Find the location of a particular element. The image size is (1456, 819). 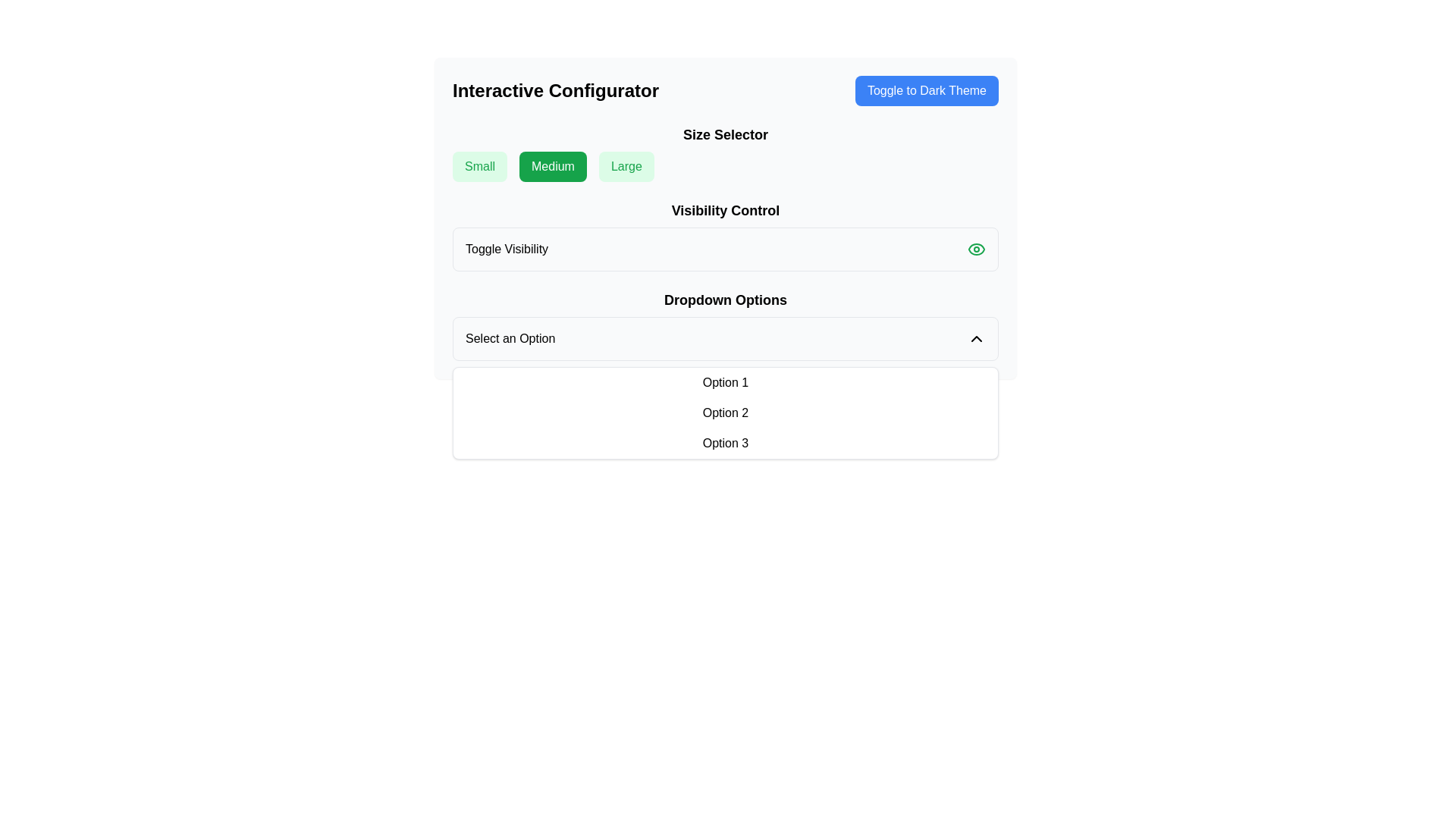

the Dropdown menu located below the 'Dropdown Options' headline, which allows users to select from 'Option 1', 'Option 2', and 'Option 3' is located at coordinates (724, 338).